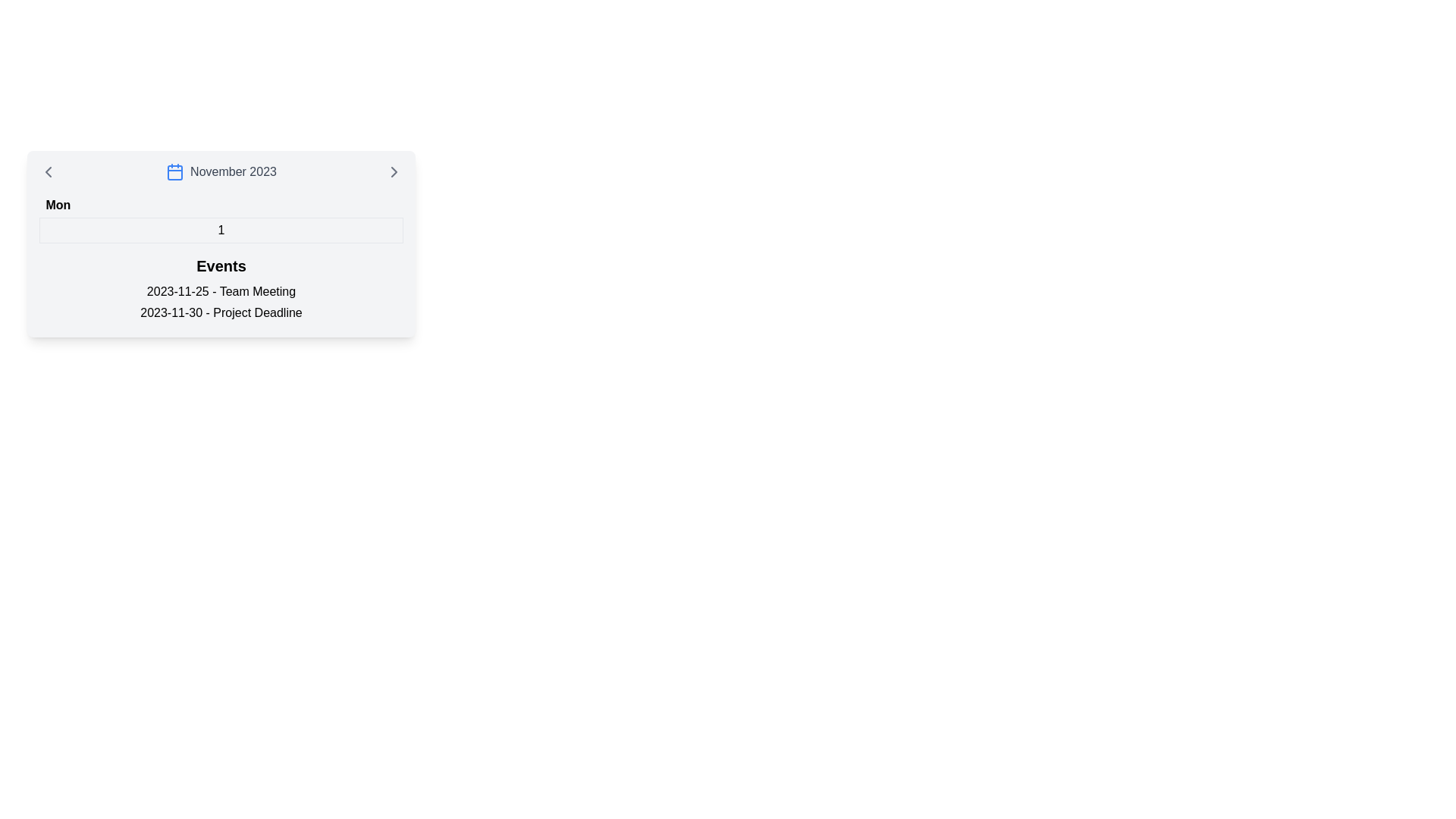 The height and width of the screenshot is (819, 1456). What do you see at coordinates (394, 171) in the screenshot?
I see `the right-chevron icon element, which is a triangular arrow pointing right` at bounding box center [394, 171].